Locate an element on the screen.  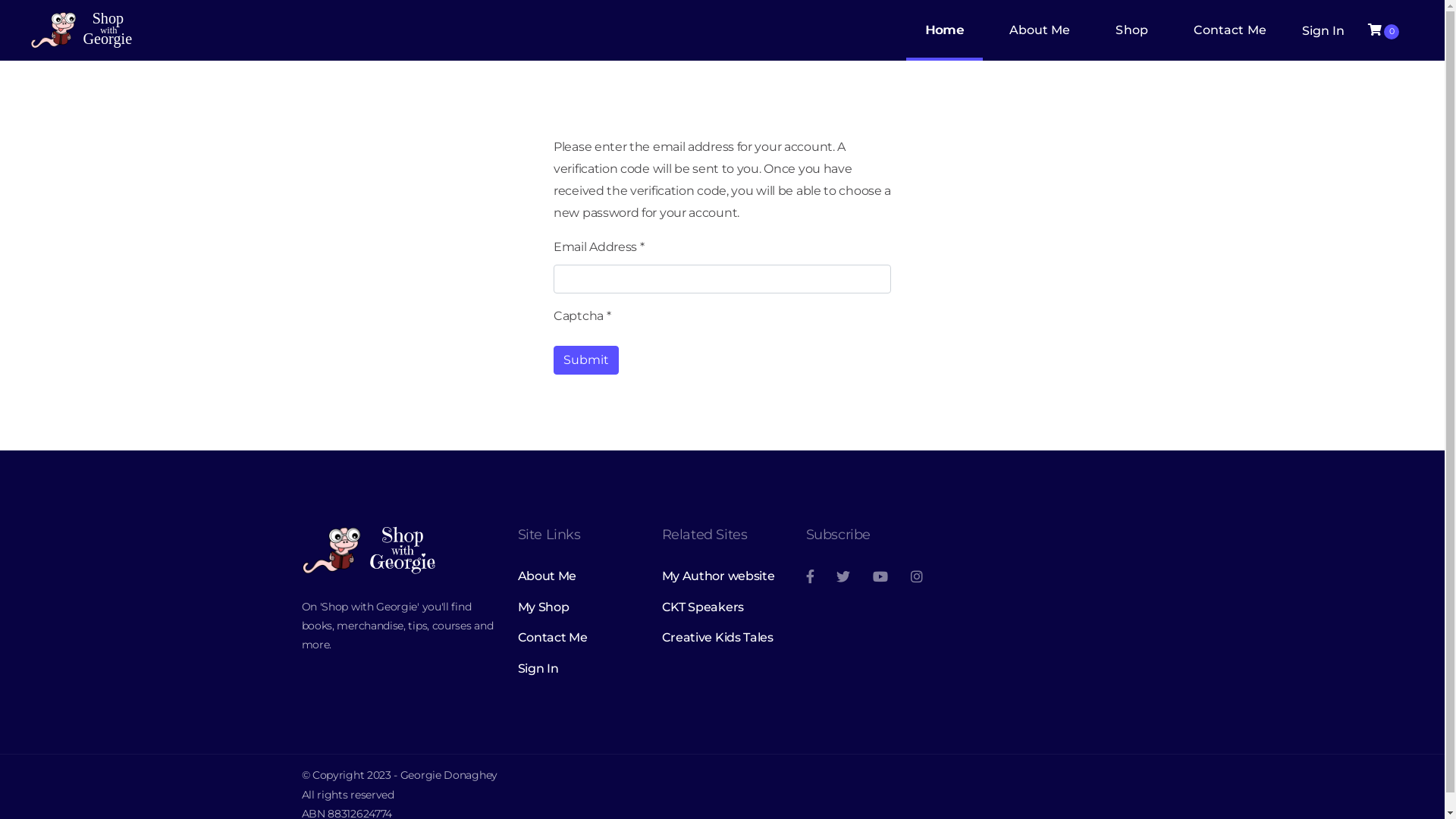
'Home' is located at coordinates (906, 30).